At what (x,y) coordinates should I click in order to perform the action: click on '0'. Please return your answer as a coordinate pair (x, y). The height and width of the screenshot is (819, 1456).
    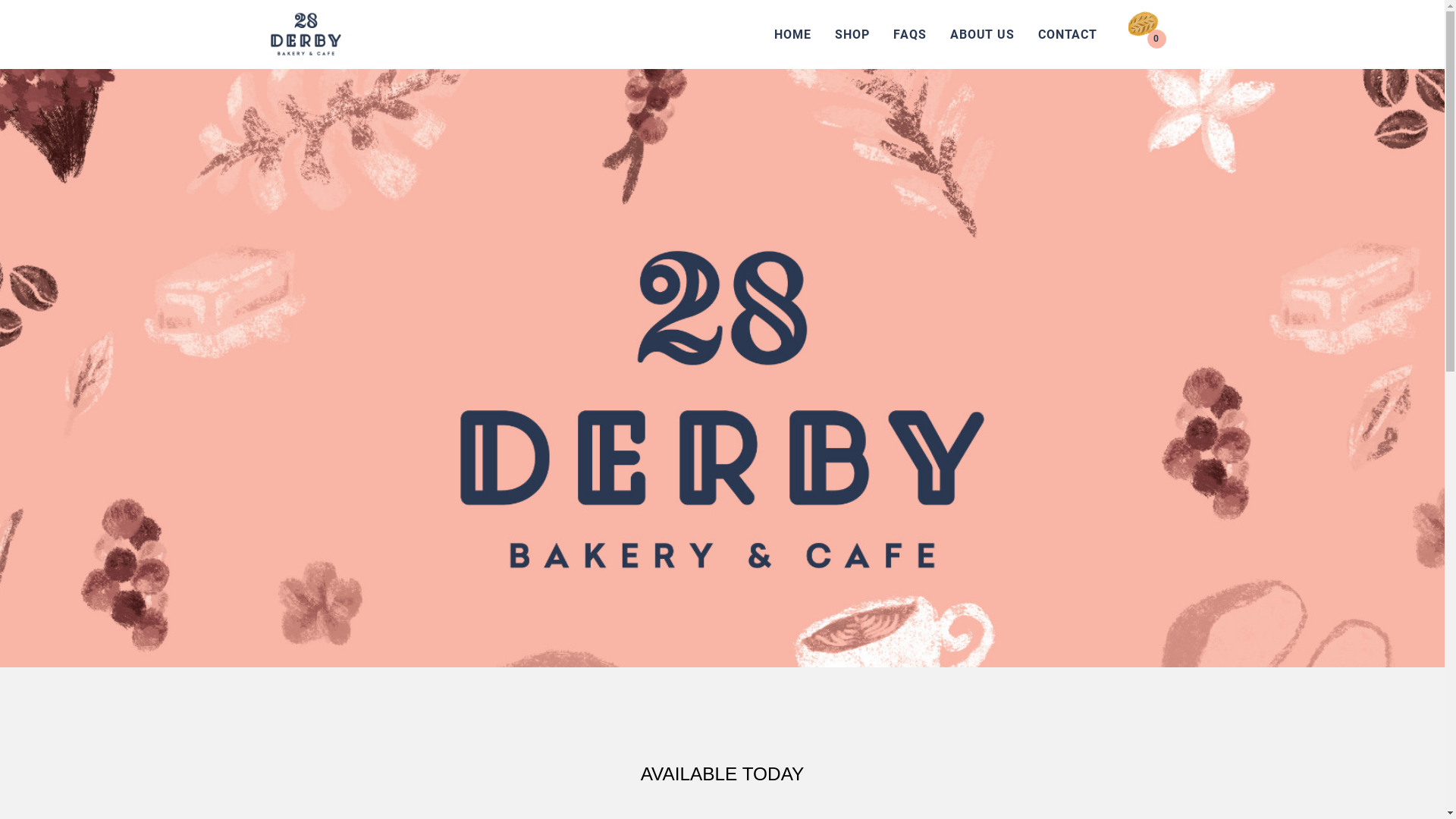
    Looking at the image, I should click on (1143, 38).